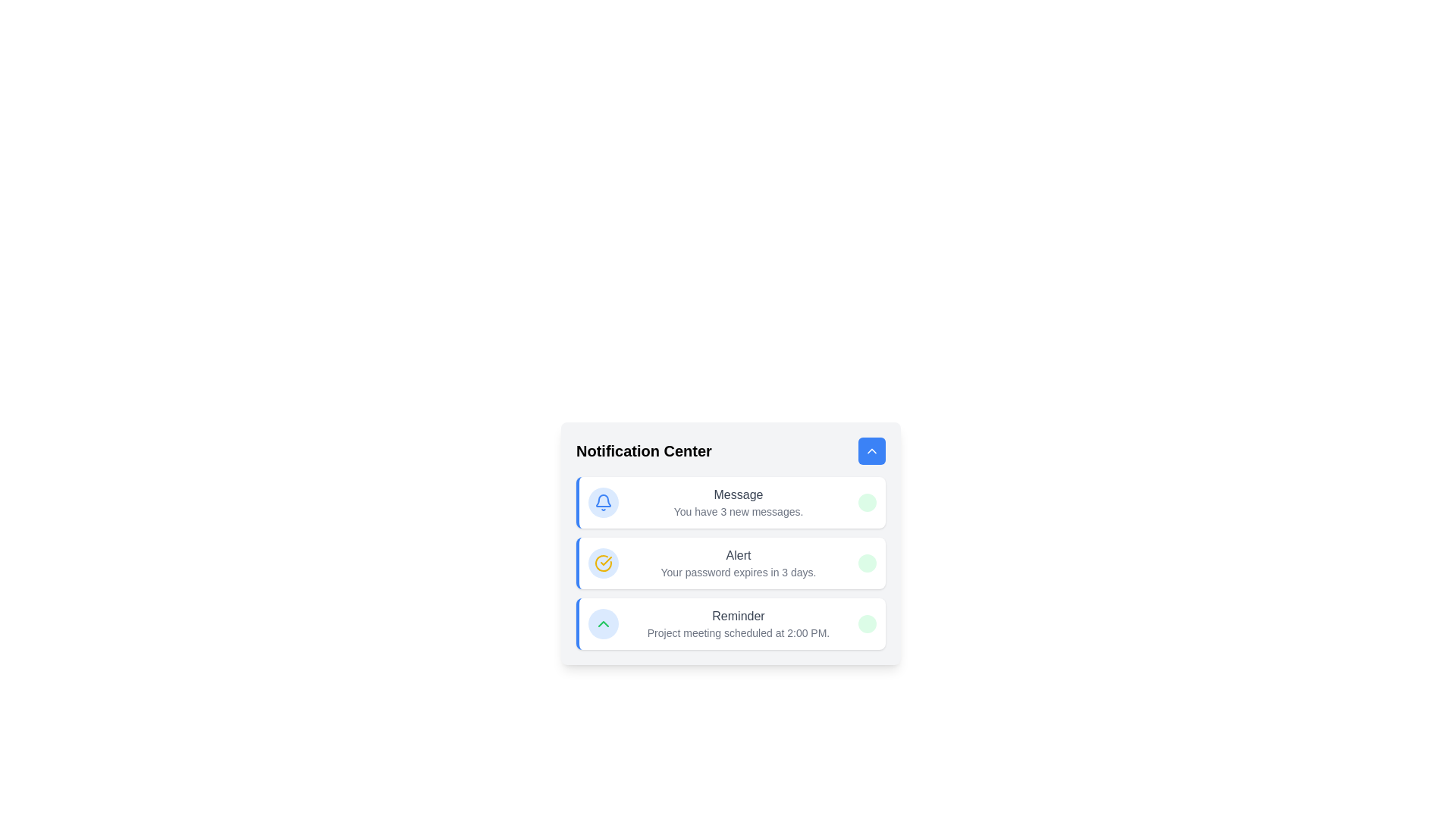 This screenshot has height=819, width=1456. Describe the element at coordinates (603, 563) in the screenshot. I see `the circular light blue icon with a yellow checkmark symbol located to the left of the 'Alert' title in the Notification Center` at that location.